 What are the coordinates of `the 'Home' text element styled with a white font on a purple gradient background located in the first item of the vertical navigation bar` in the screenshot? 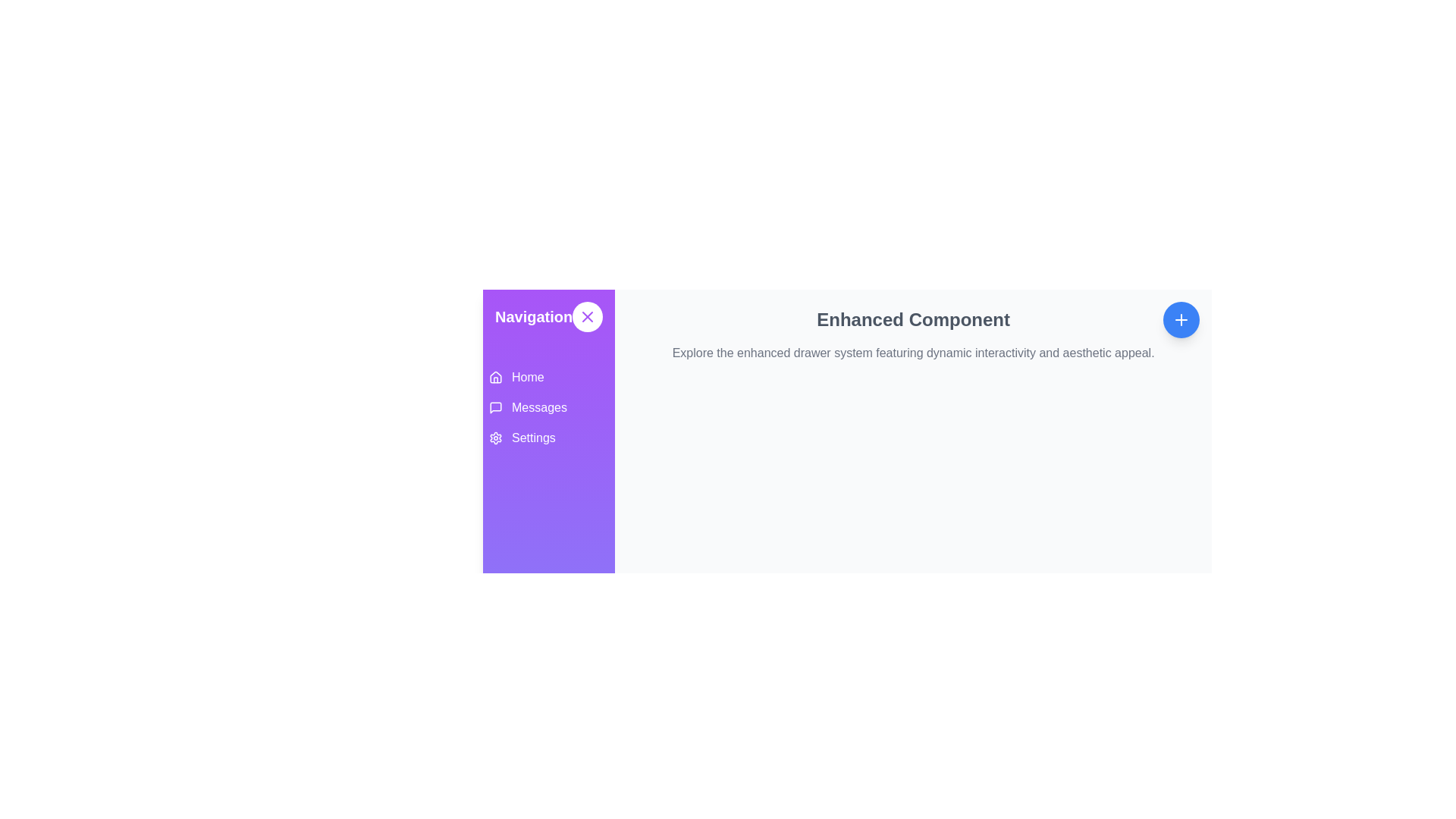 It's located at (528, 376).